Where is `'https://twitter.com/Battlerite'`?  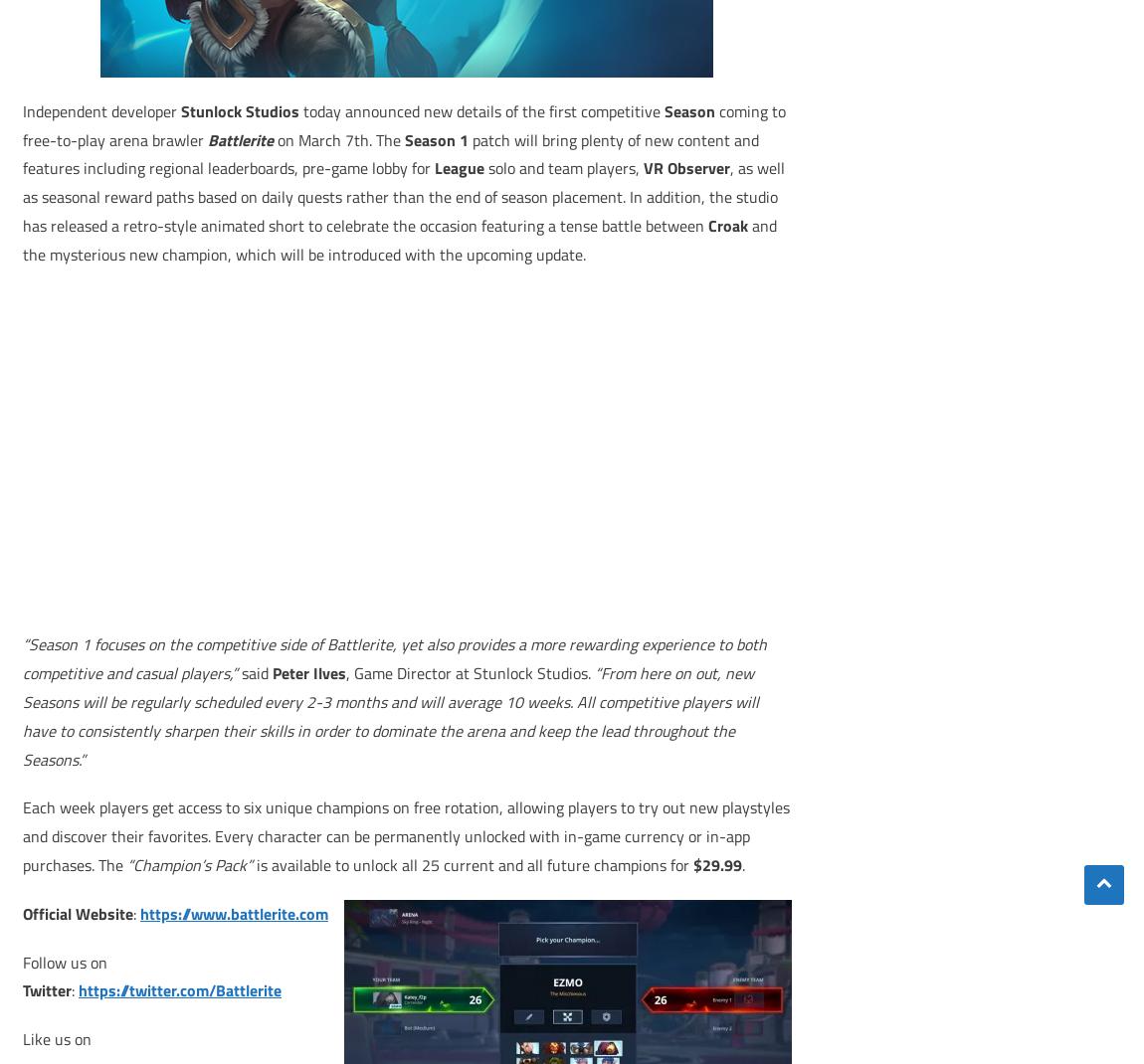 'https://twitter.com/Battlerite' is located at coordinates (179, 989).